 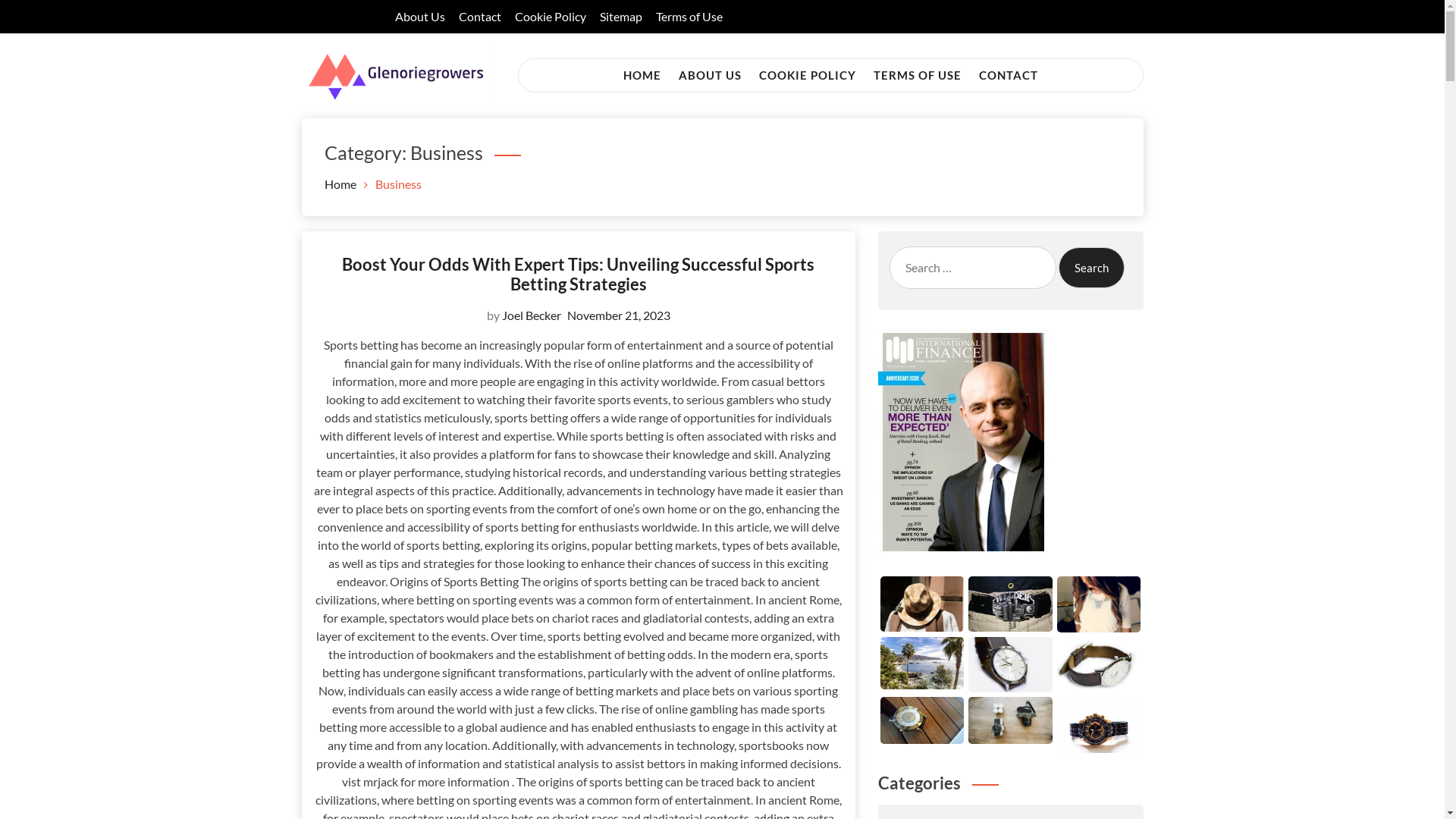 I want to click on 'HOME', so click(x=615, y=75).